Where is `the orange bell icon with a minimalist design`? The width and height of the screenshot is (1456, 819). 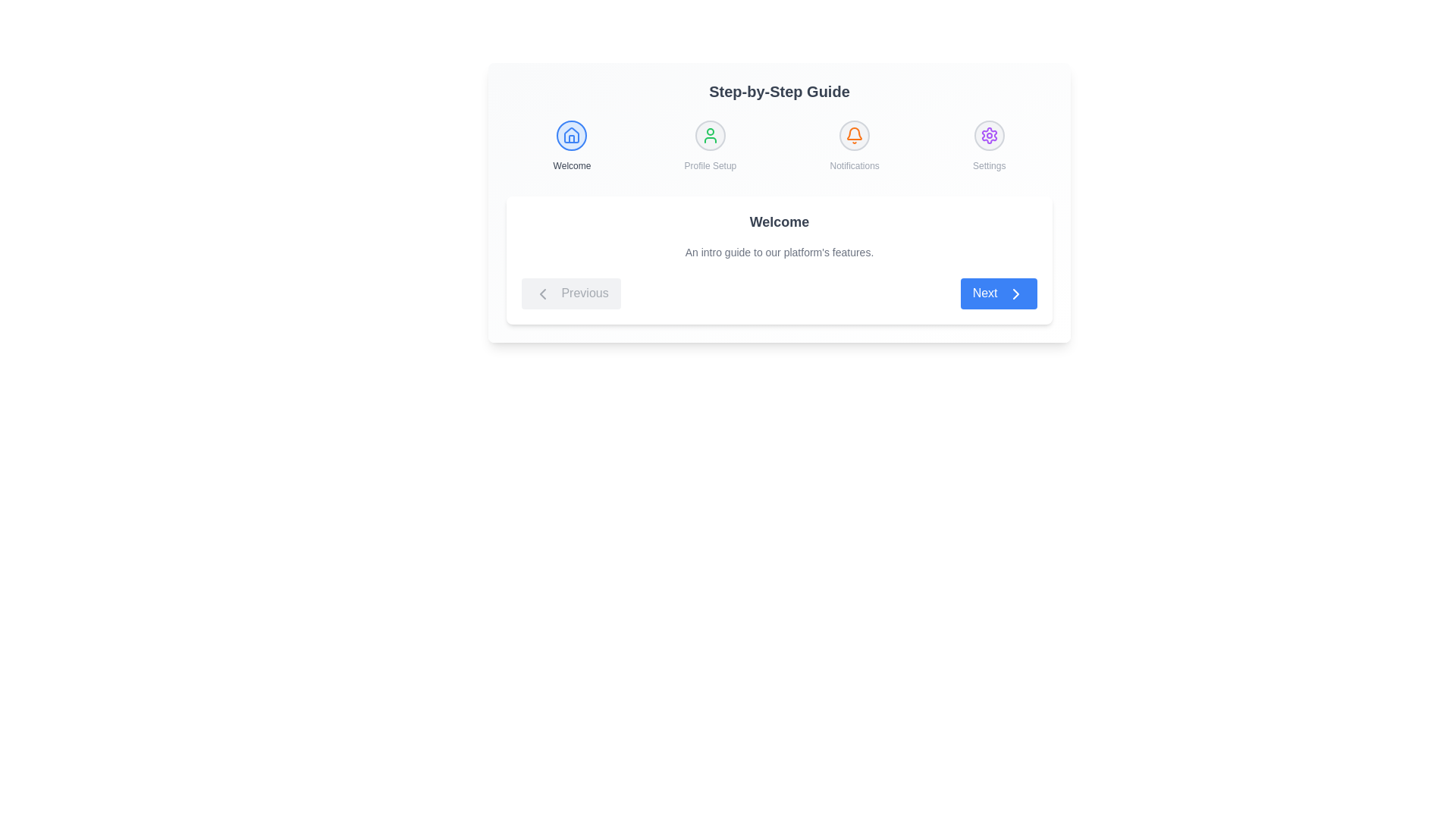
the orange bell icon with a minimalist design is located at coordinates (855, 134).